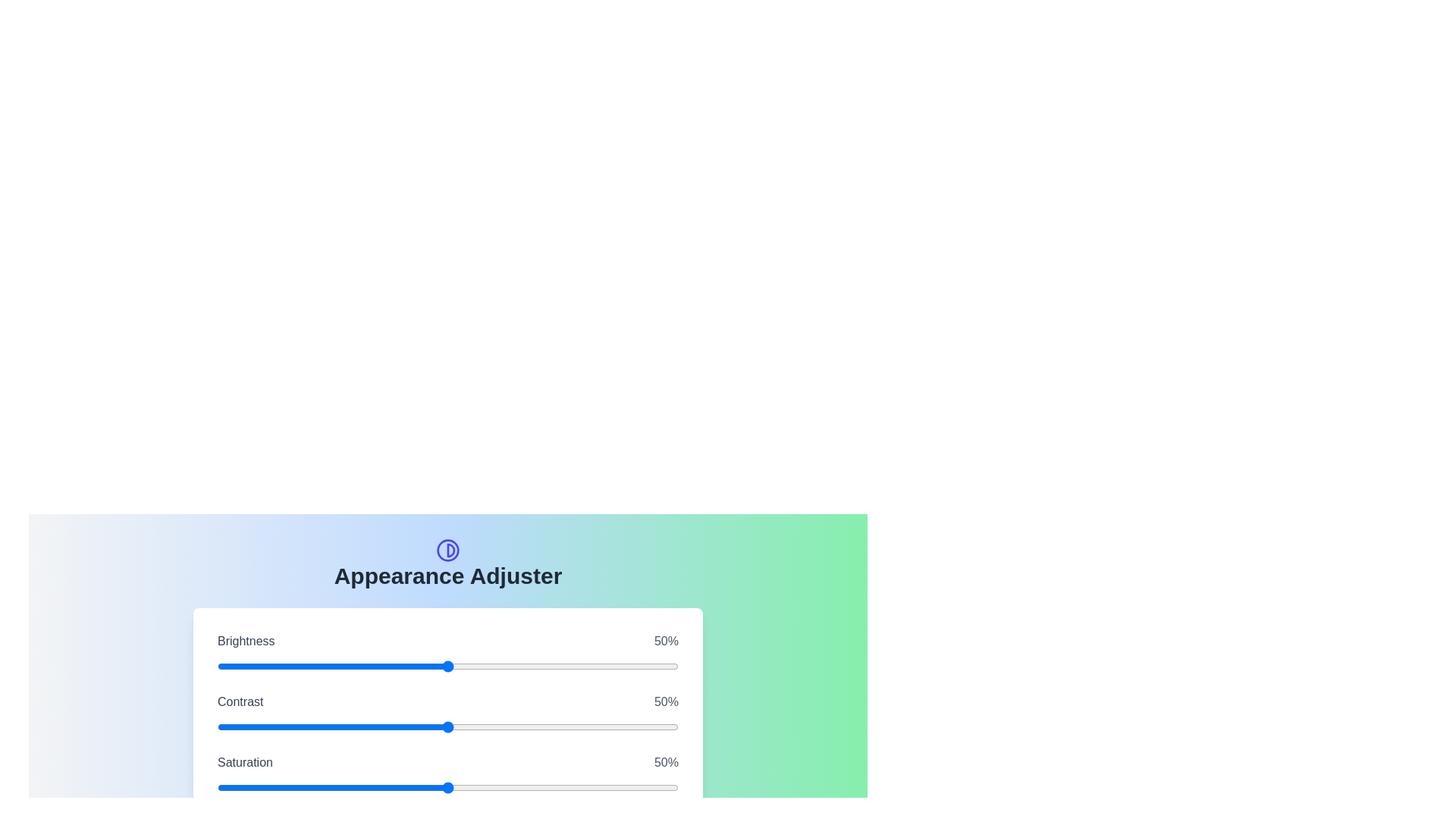 This screenshot has width=1456, height=819. What do you see at coordinates (477, 666) in the screenshot?
I see `the 0 slider to 13%` at bounding box center [477, 666].